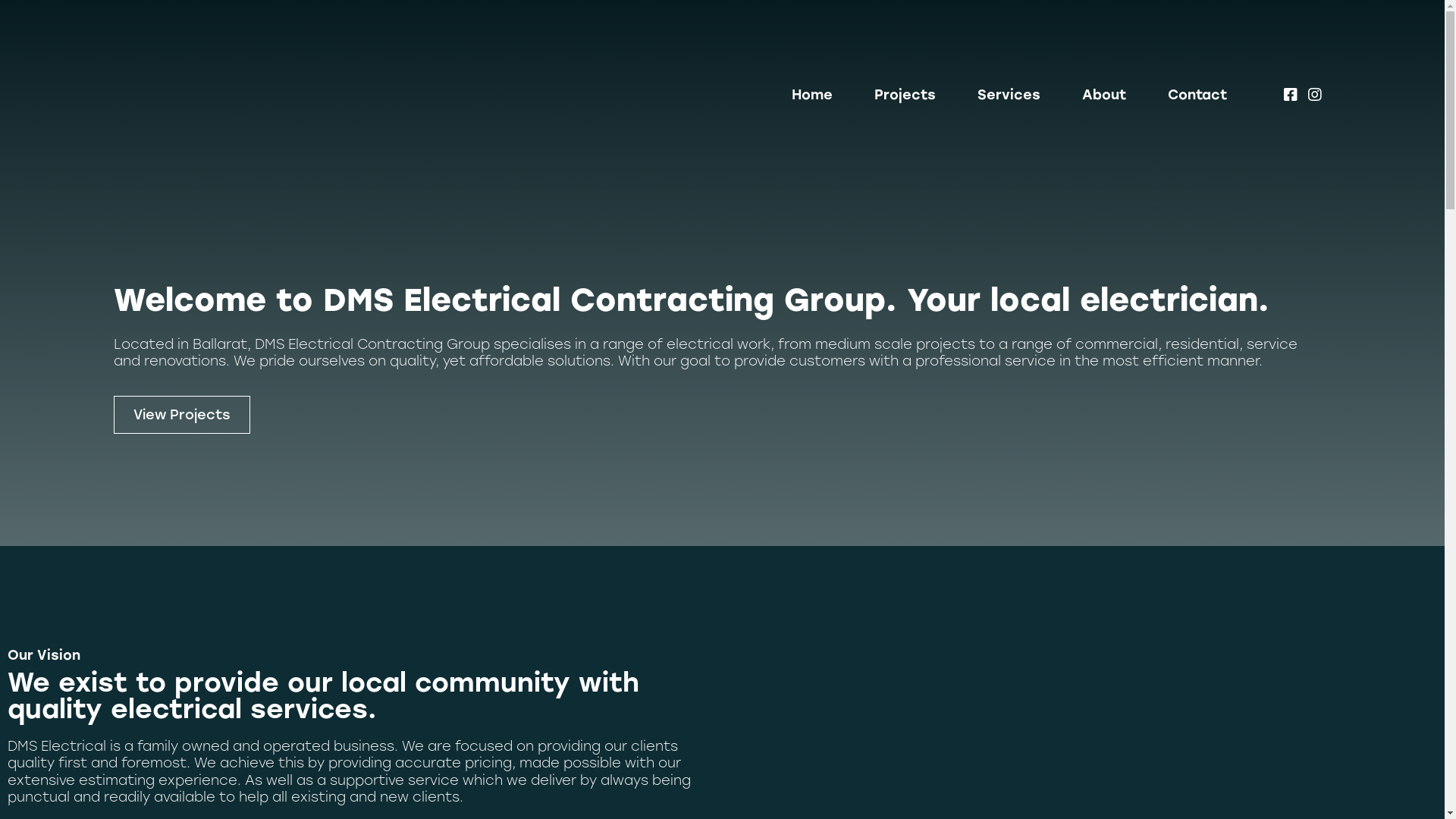  What do you see at coordinates (811, 94) in the screenshot?
I see `'Home'` at bounding box center [811, 94].